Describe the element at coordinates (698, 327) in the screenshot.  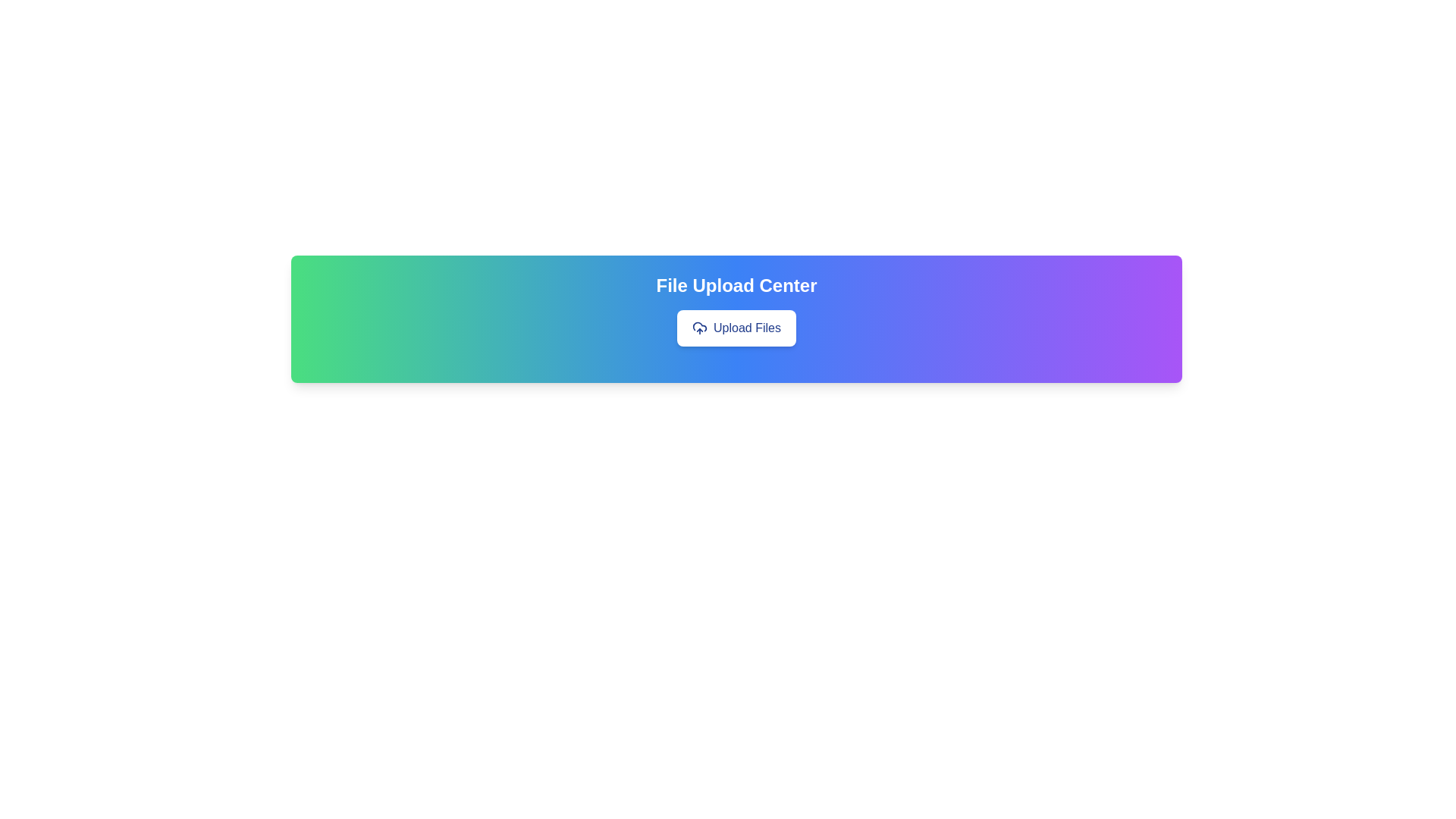
I see `the auxiliary icon that signifies the upload functionality of the 'Upload Files' button, located to the left of the button text, if interactive actions are enabled` at that location.